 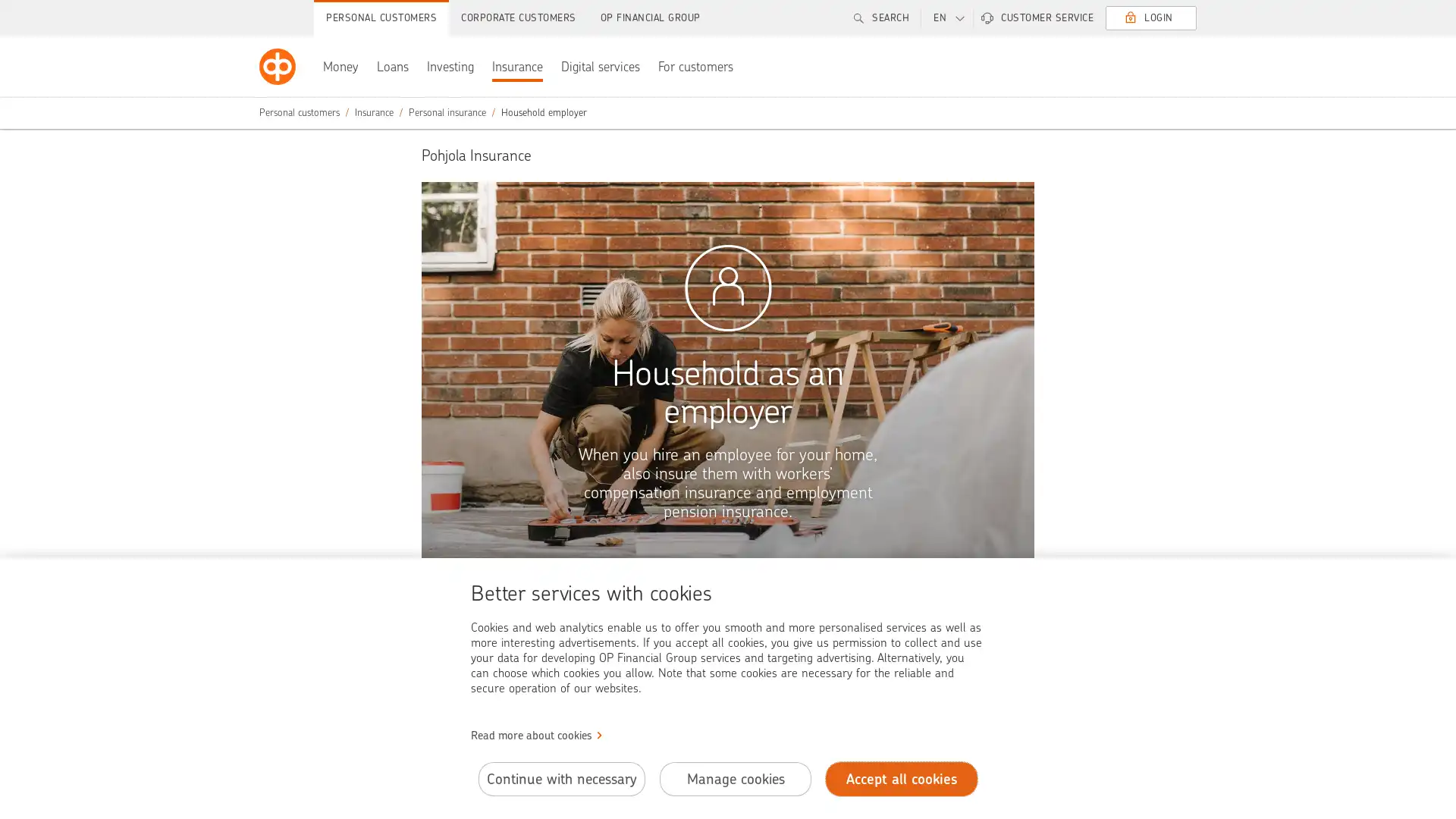 I want to click on Manage cookies., so click(x=735, y=779).